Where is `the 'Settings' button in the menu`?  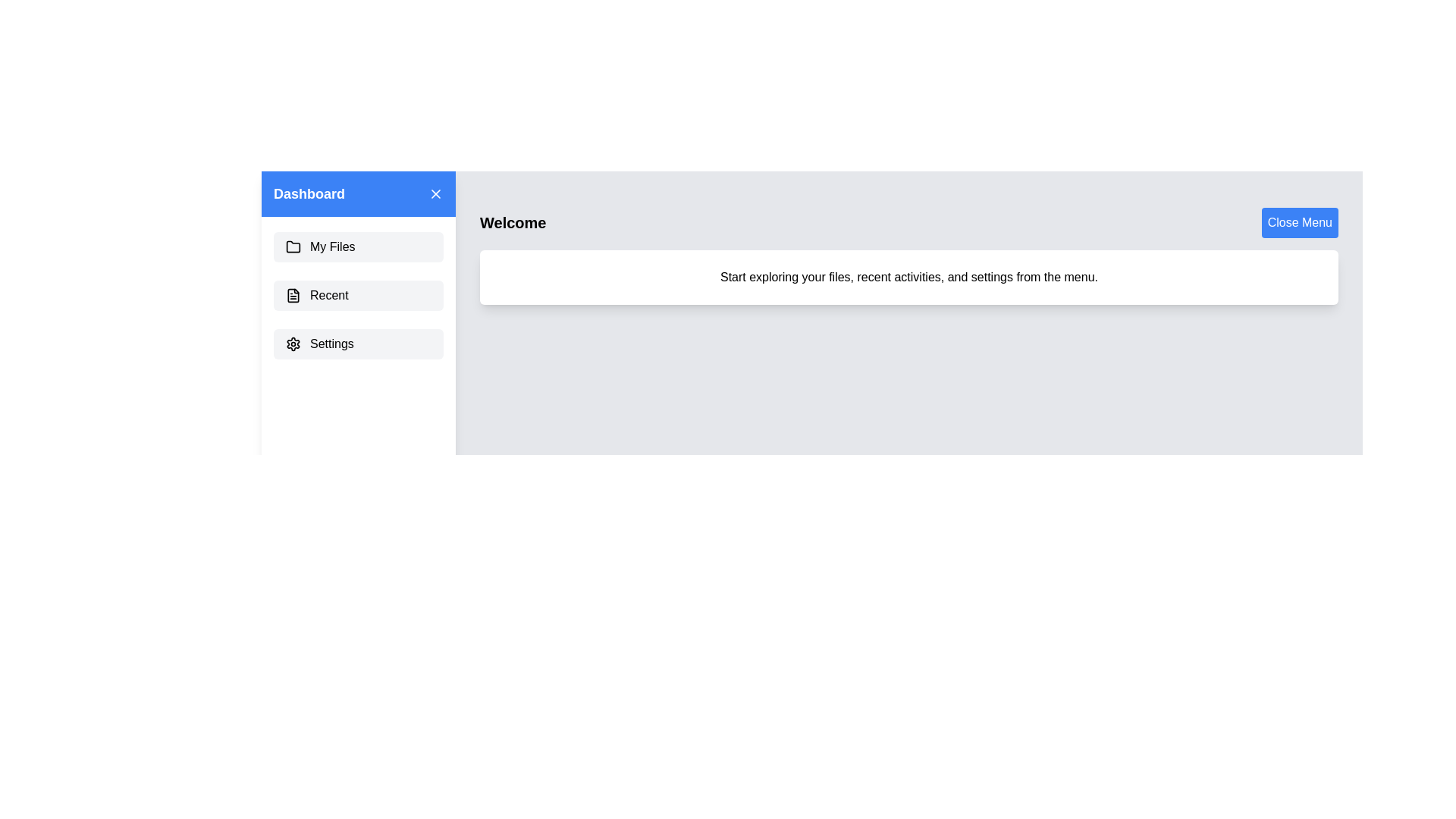 the 'Settings' button in the menu is located at coordinates (358, 344).